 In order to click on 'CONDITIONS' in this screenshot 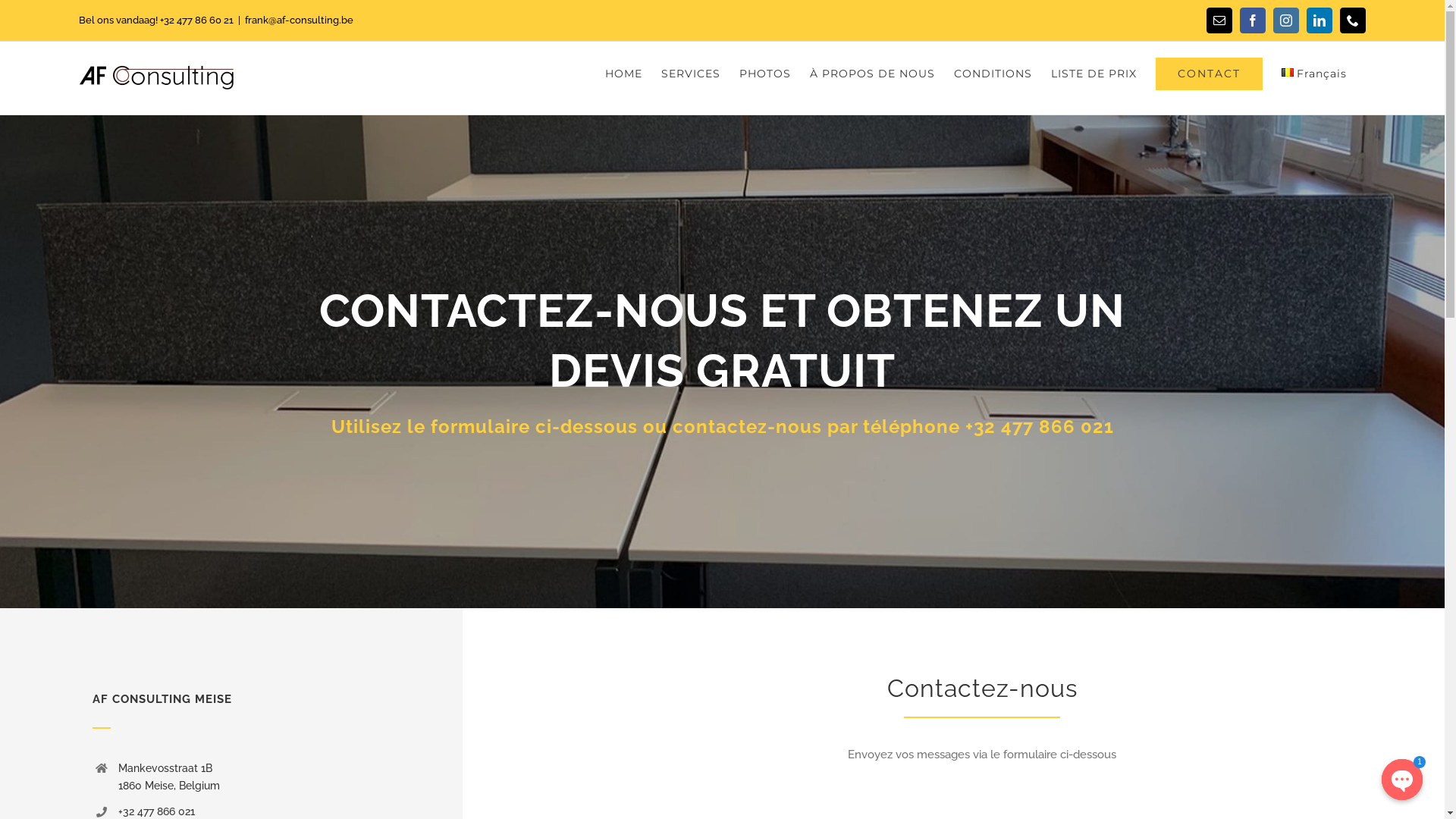, I will do `click(993, 73)`.